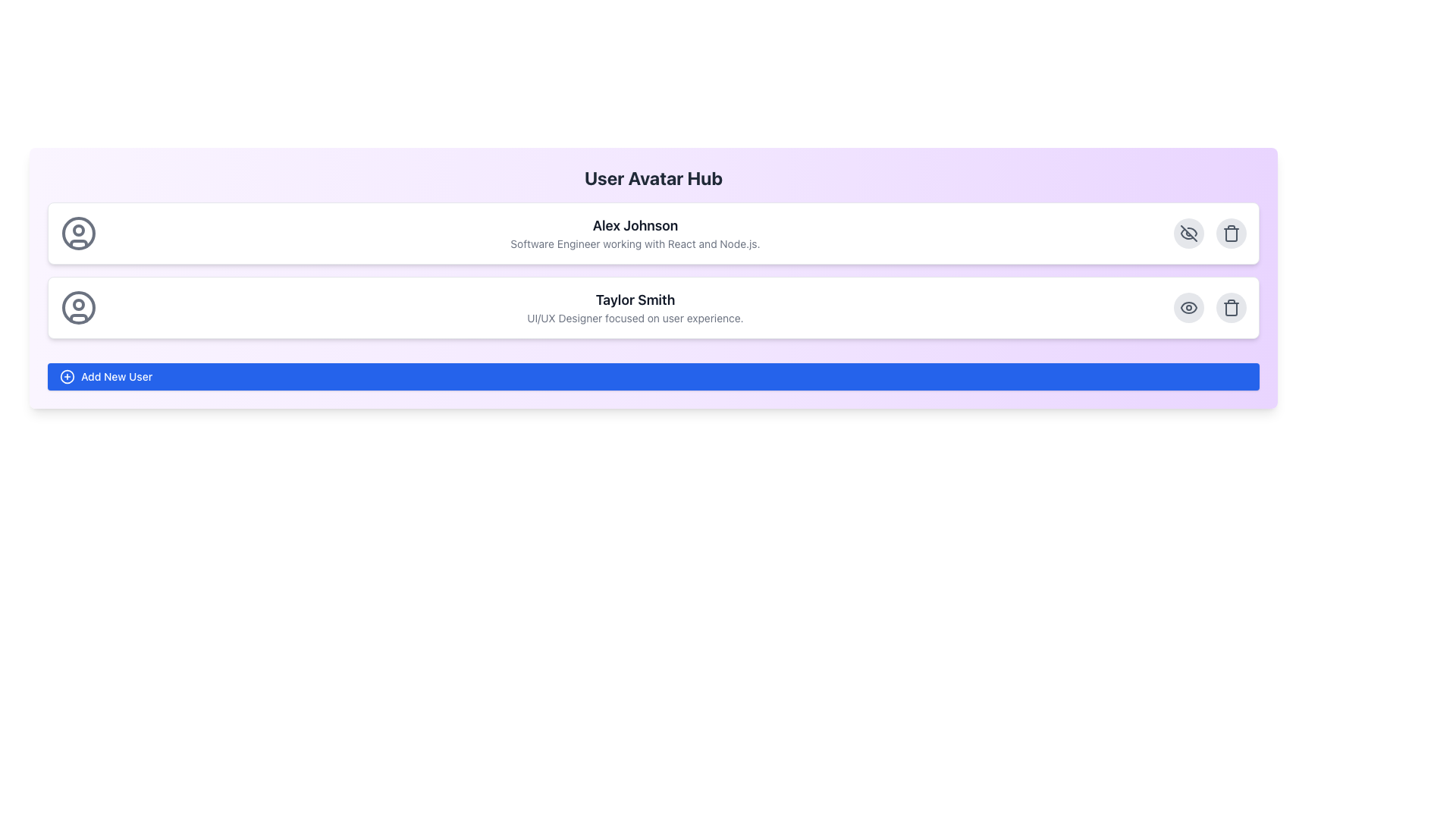 The width and height of the screenshot is (1456, 819). I want to click on the static text label that displays the user's name, which is positioned above the description text 'Software Engineer working with React and Node.js.', so click(635, 225).